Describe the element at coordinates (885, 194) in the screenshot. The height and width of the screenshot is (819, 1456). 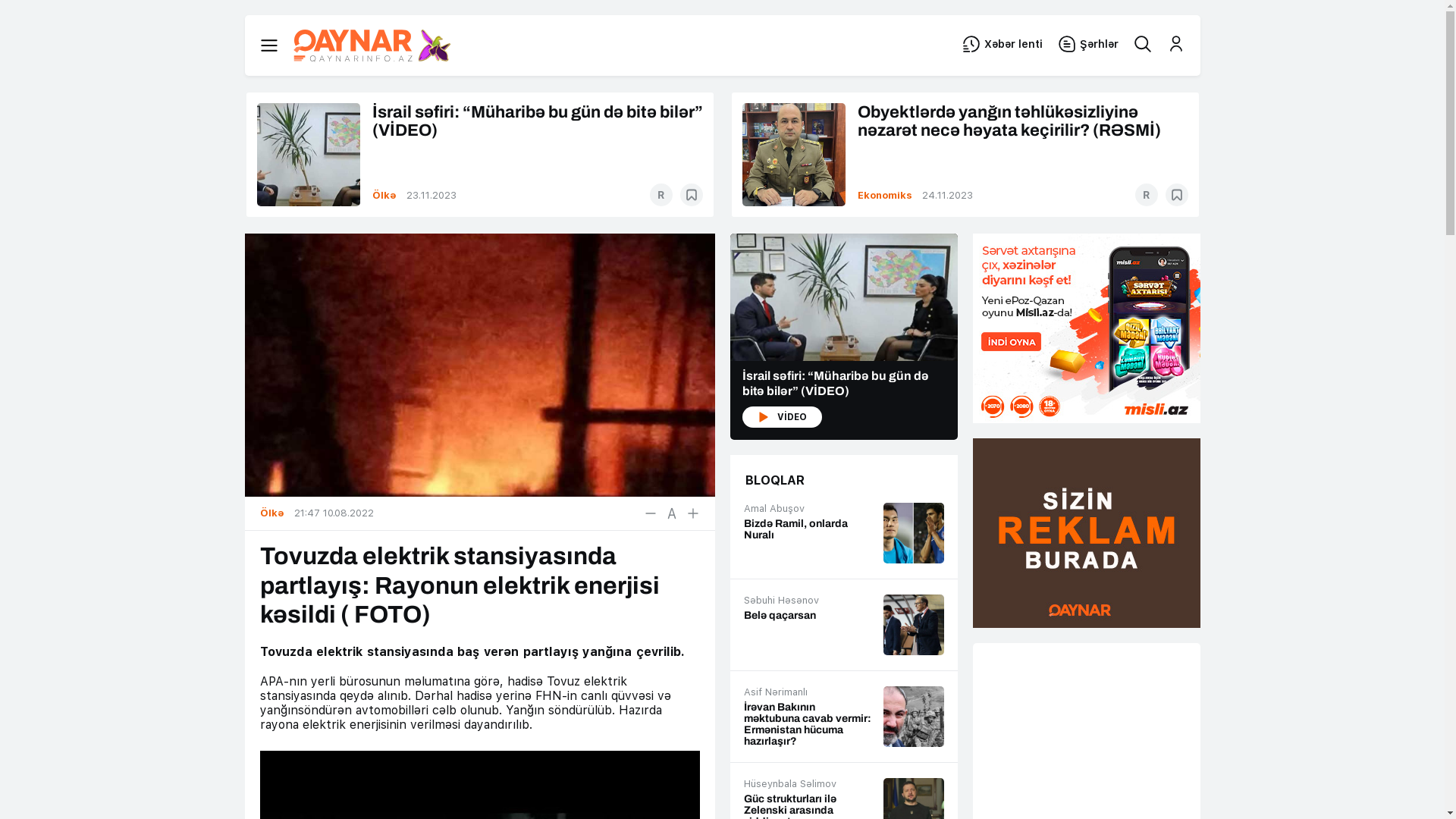
I see `'Ekonomiks'` at that location.